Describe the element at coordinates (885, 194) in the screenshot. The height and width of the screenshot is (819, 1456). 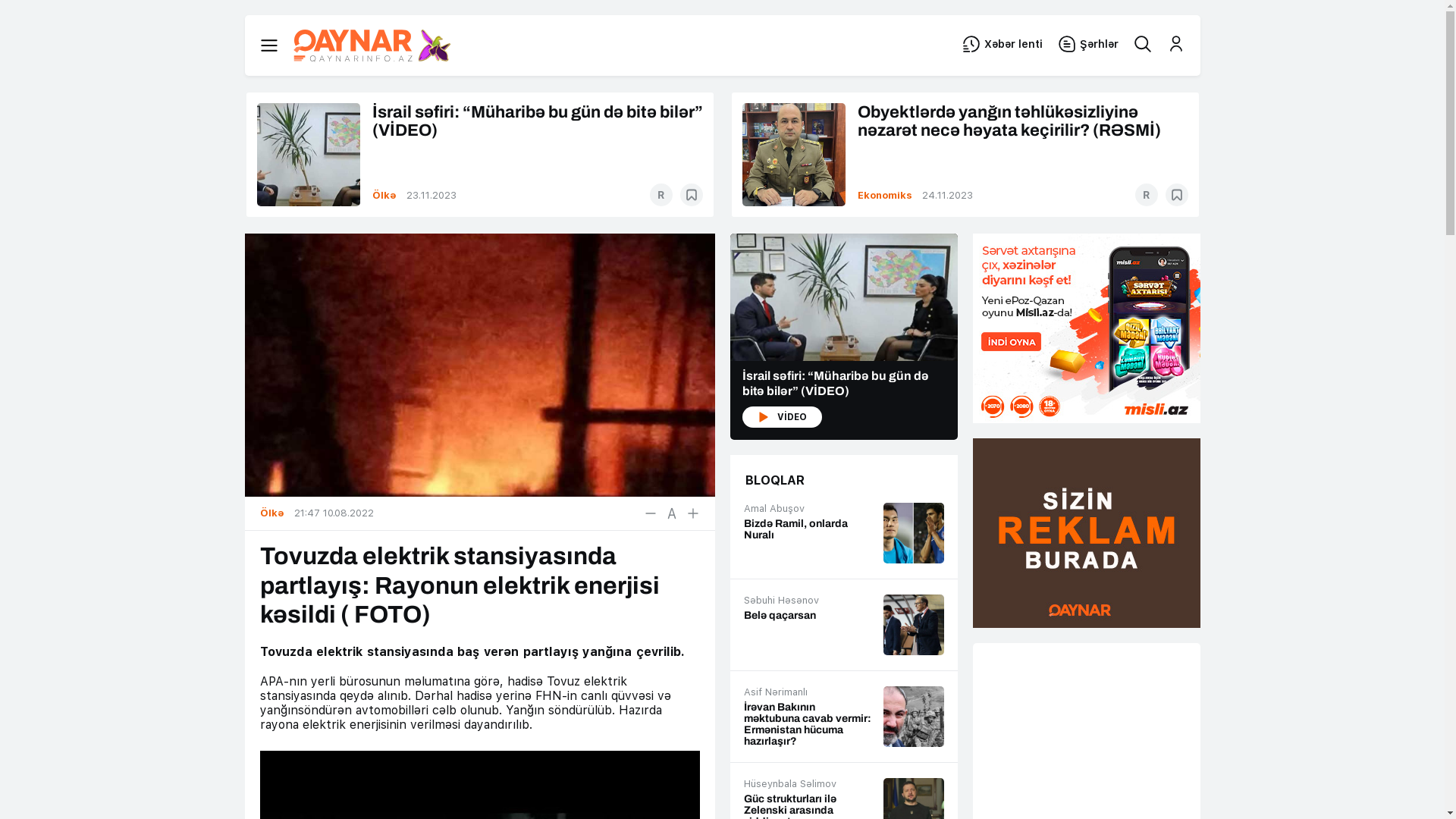
I see `'Ekonomiks'` at that location.